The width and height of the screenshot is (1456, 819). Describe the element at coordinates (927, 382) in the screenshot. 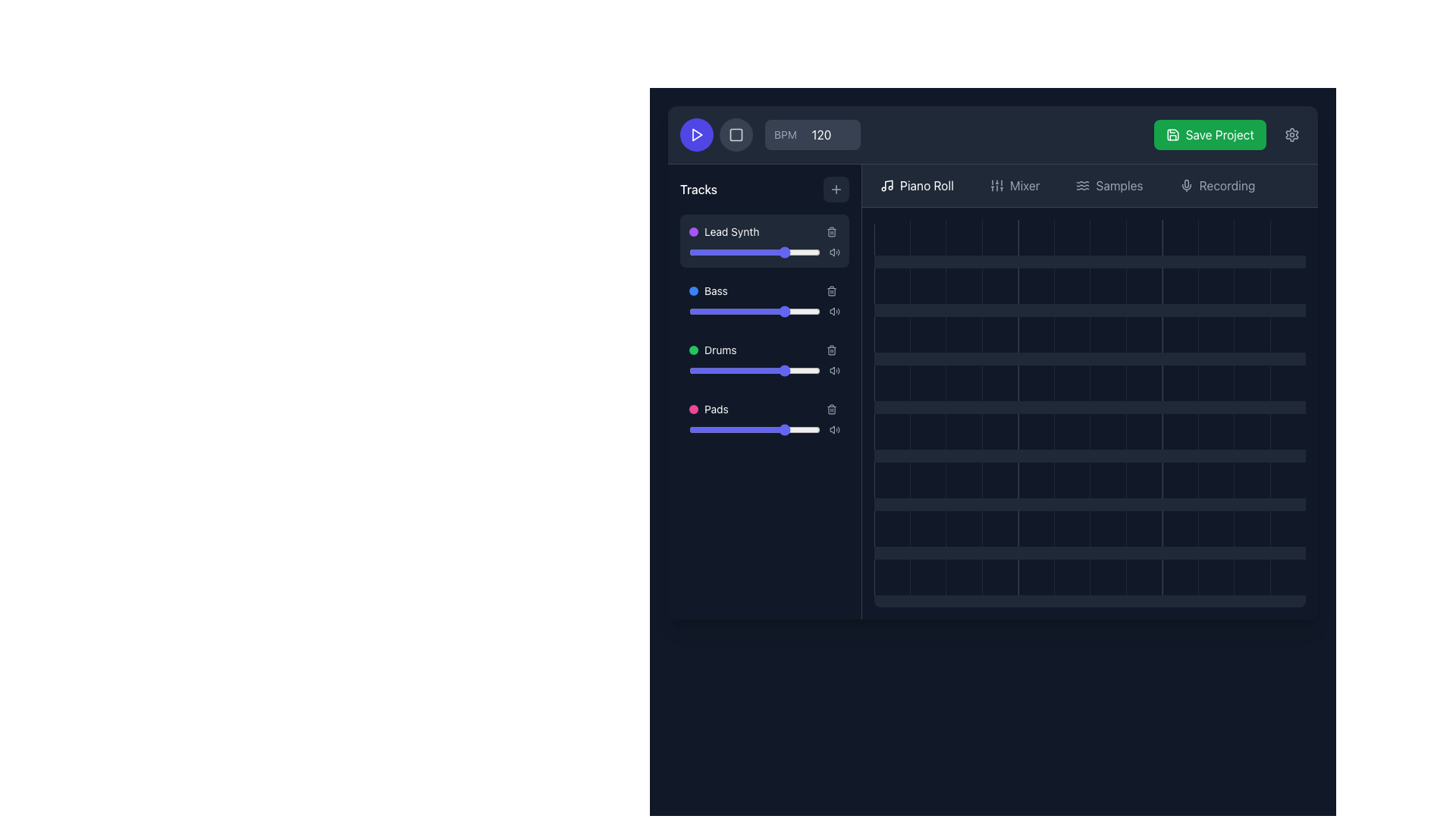

I see `the grid cell located` at that location.